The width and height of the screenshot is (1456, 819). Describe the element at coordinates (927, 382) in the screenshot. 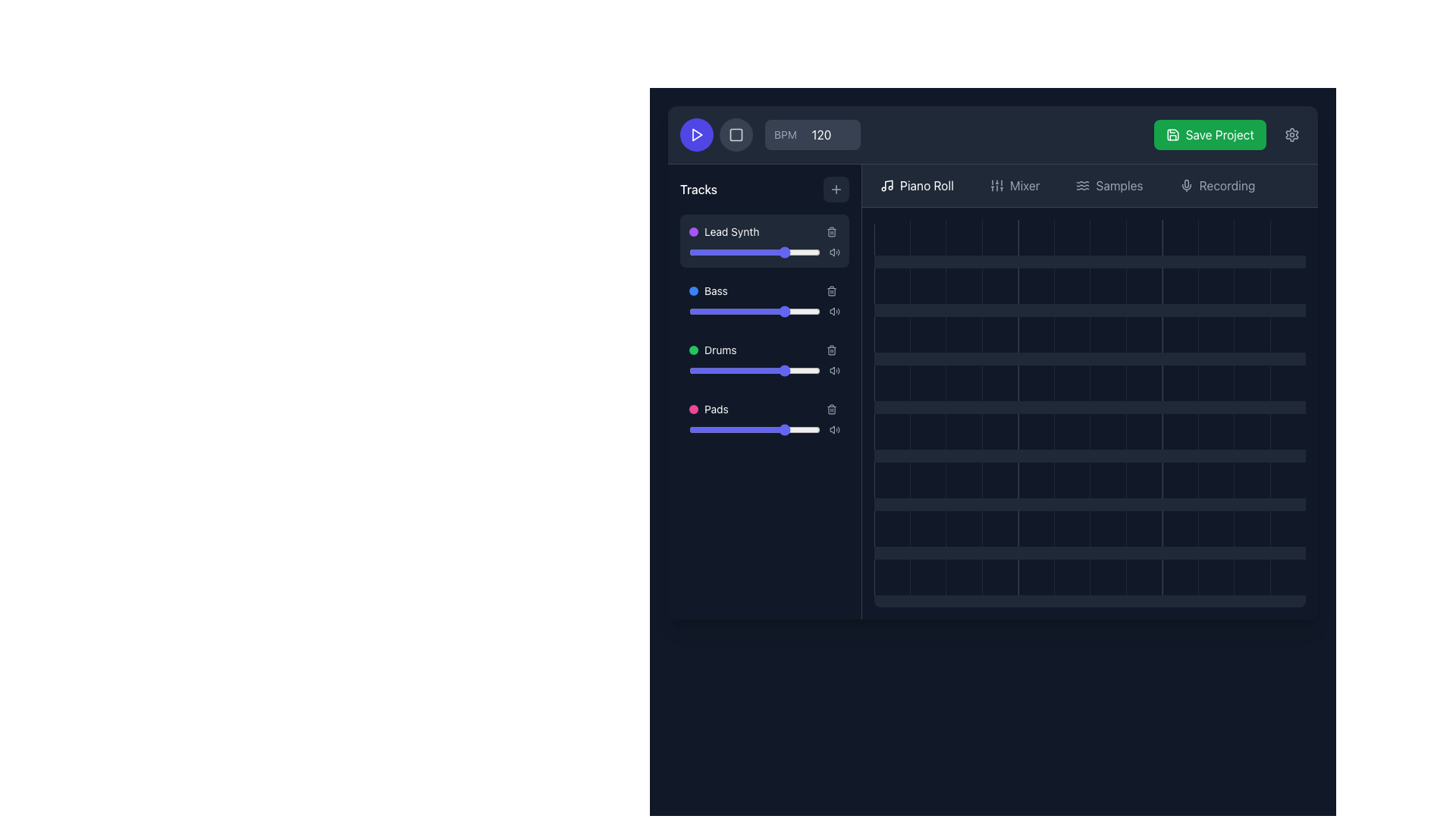

I see `the grid cell located` at that location.